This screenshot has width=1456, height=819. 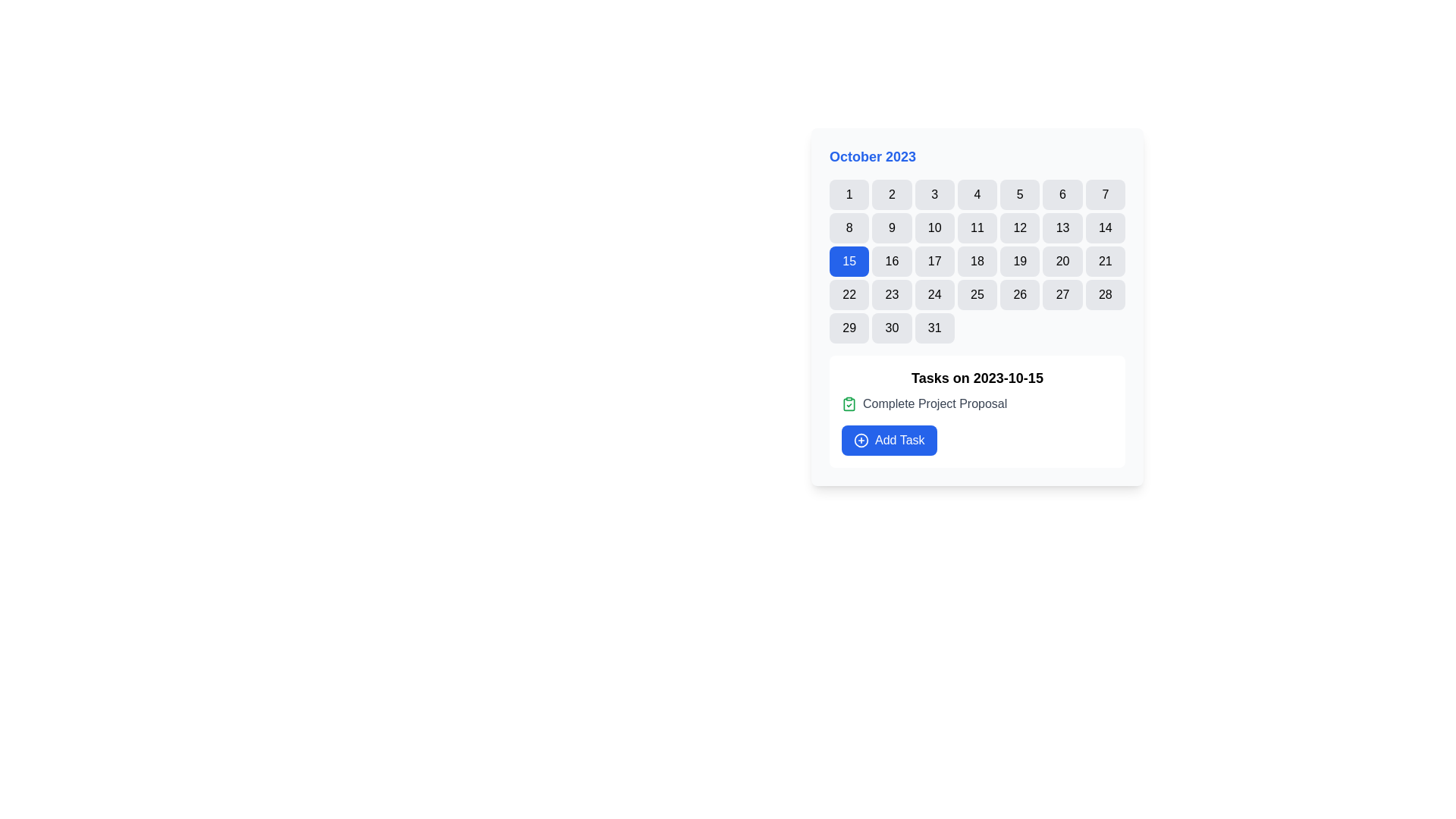 I want to click on the button representing the 10th day of October 2023 in the calendar to change its background color, so click(x=934, y=227).